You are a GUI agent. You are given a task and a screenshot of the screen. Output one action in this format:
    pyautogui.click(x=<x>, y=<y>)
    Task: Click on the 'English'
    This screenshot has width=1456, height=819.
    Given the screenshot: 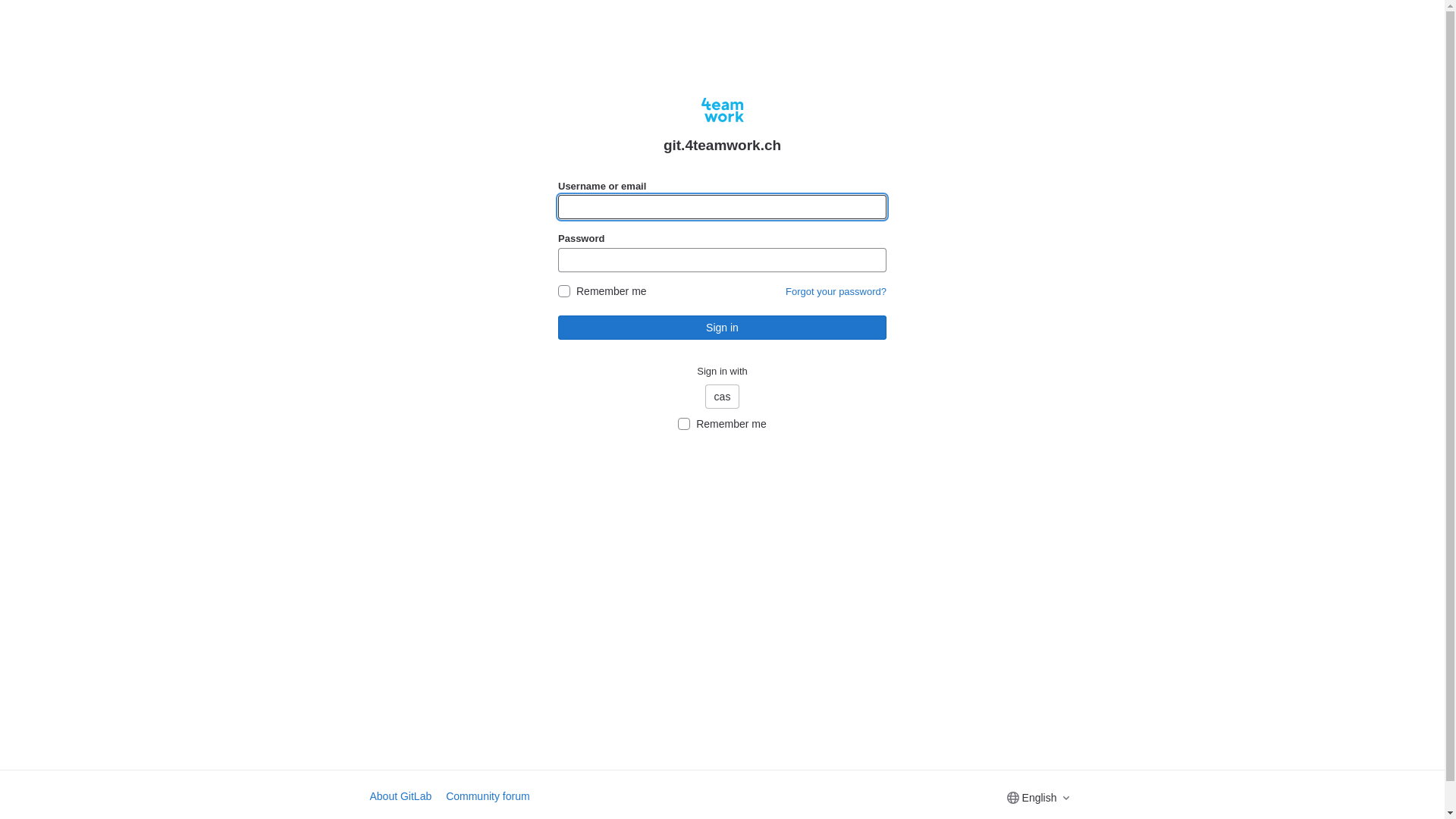 What is the action you would take?
    pyautogui.click(x=1037, y=797)
    